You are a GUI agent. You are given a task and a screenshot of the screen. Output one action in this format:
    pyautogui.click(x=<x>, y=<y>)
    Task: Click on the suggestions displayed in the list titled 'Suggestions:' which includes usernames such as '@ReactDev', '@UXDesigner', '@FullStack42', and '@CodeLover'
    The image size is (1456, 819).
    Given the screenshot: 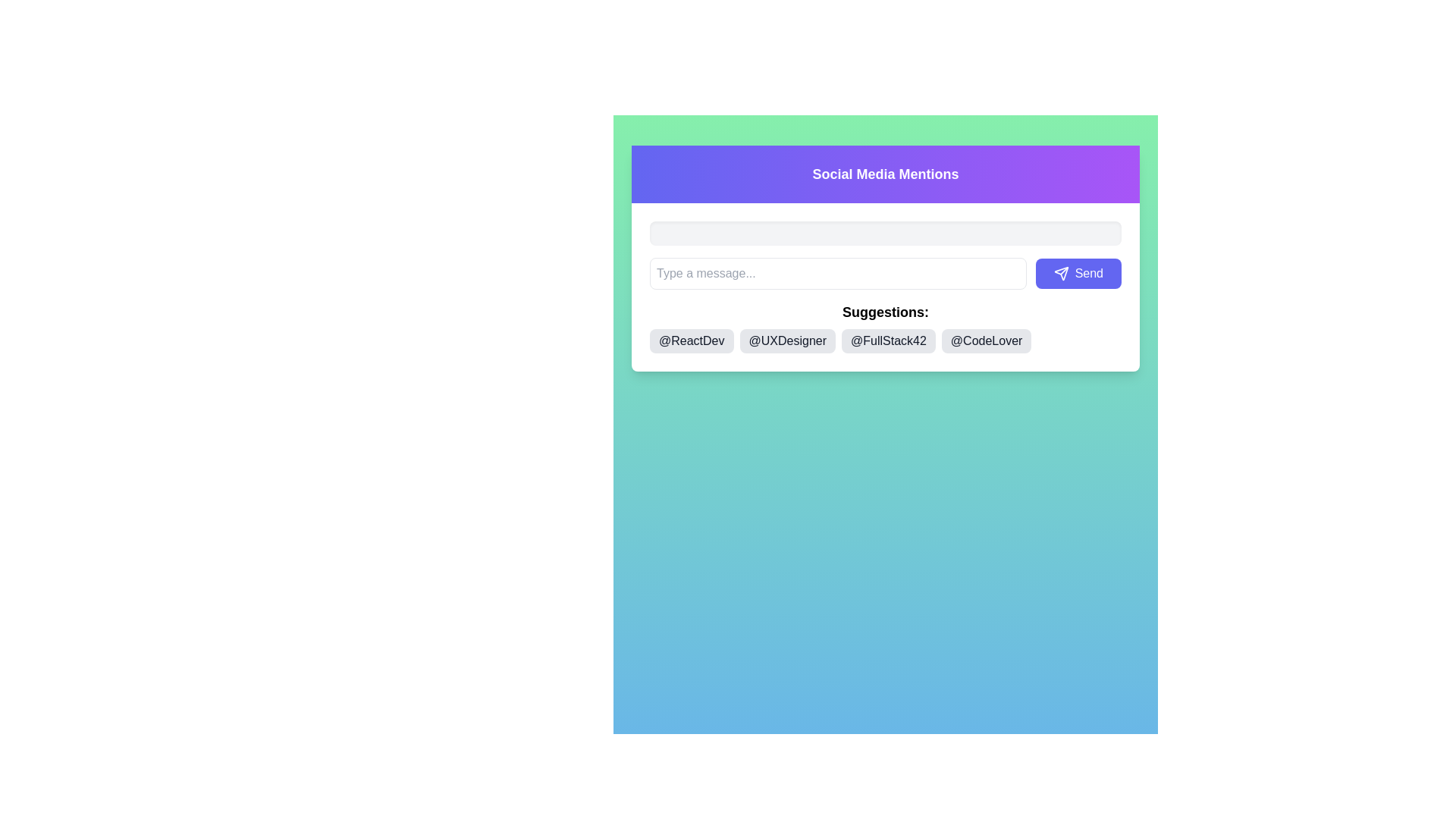 What is the action you would take?
    pyautogui.click(x=885, y=327)
    